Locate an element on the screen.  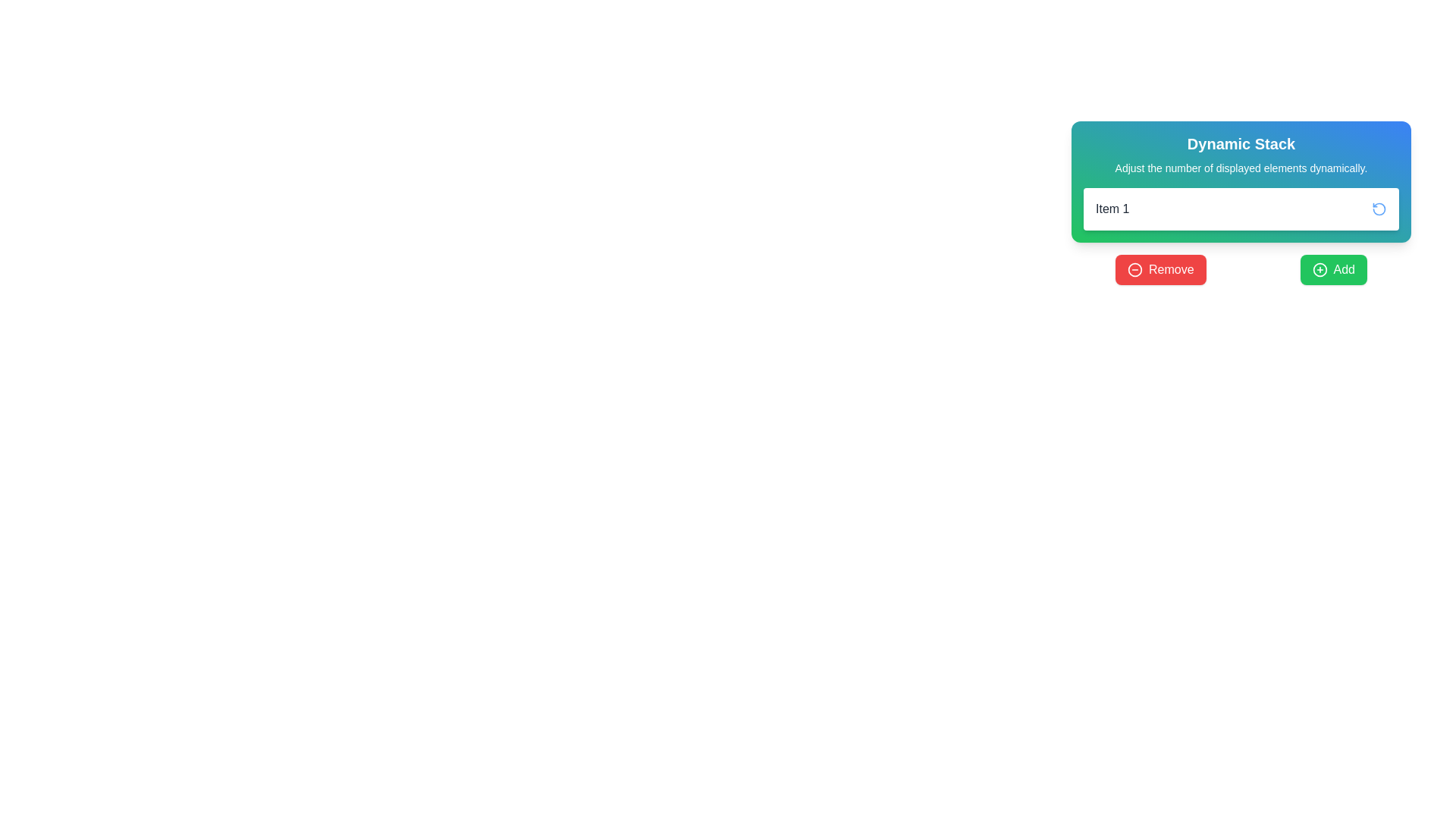
text label providing guidance about the 'Dynamic Stack' functionality, which is positioned below the heading 'Dynamic Stack' and above the list section containing 'Item 1' is located at coordinates (1241, 168).